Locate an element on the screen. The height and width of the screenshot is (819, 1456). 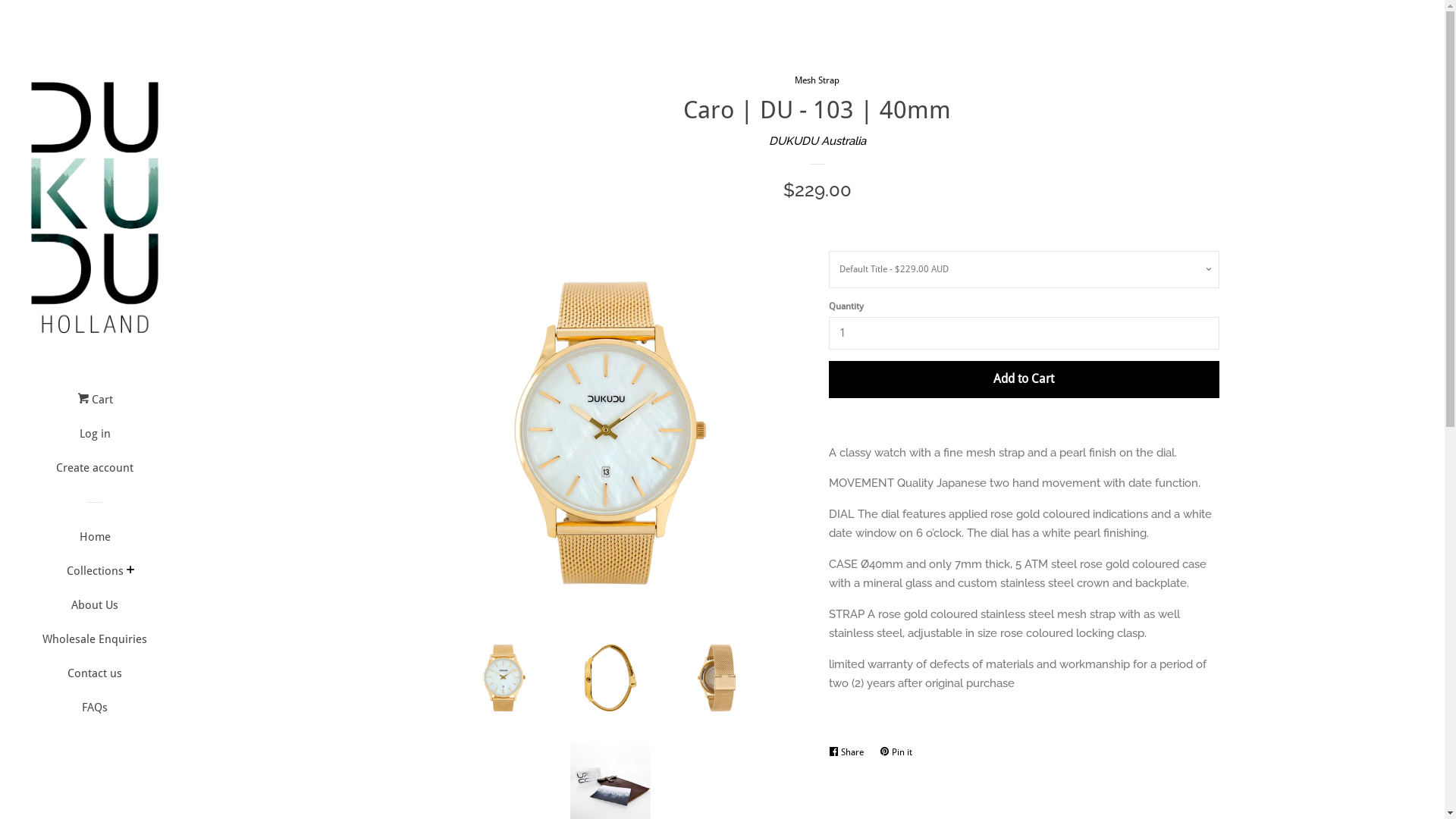
'Create account' is located at coordinates (93, 472).